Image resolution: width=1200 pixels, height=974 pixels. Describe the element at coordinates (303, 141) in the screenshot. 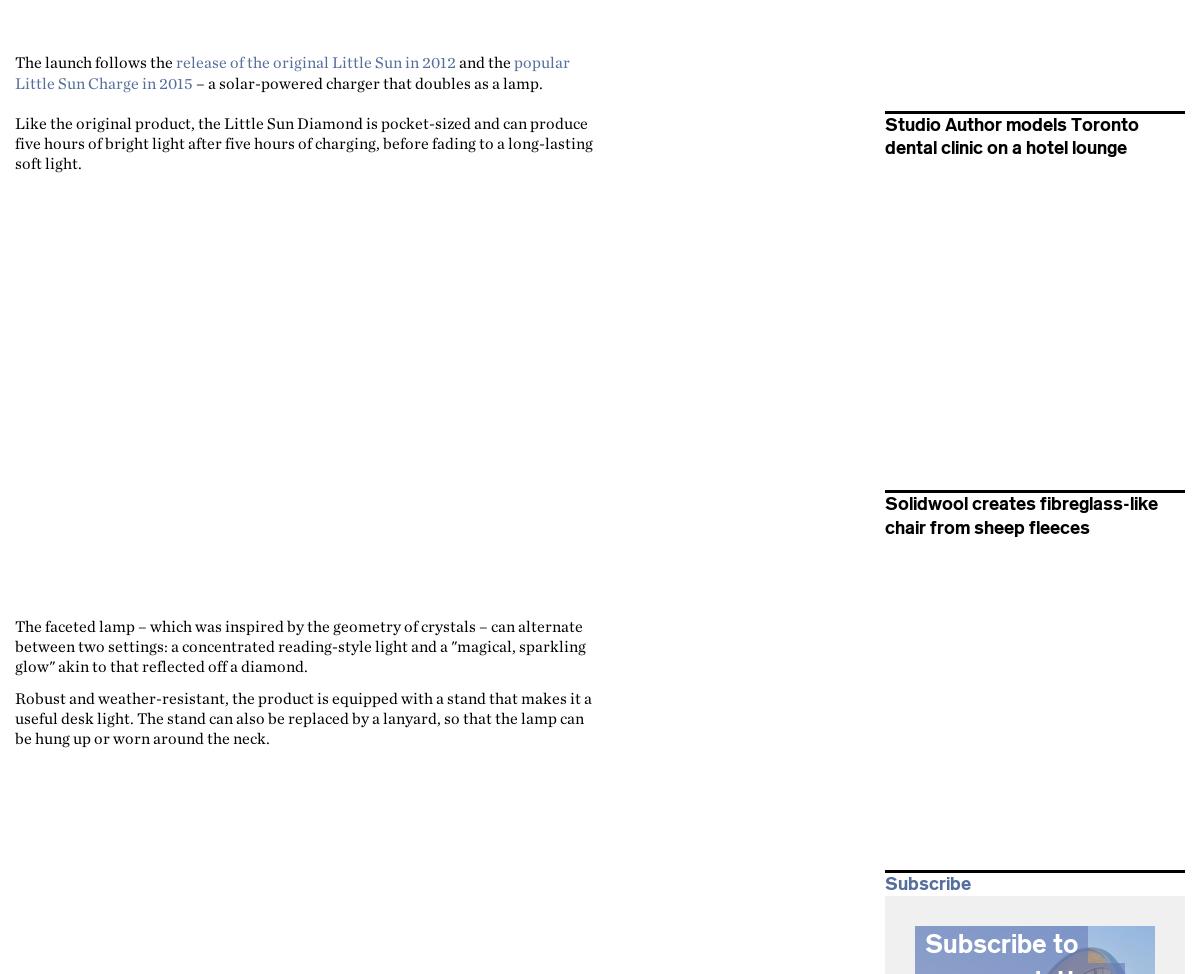

I see `'Like the original product, the Little Sun Diamond is pocket-sized and can produce five hours of bright light after five hours of charging, before fading to a long-lasting soft light.'` at that location.